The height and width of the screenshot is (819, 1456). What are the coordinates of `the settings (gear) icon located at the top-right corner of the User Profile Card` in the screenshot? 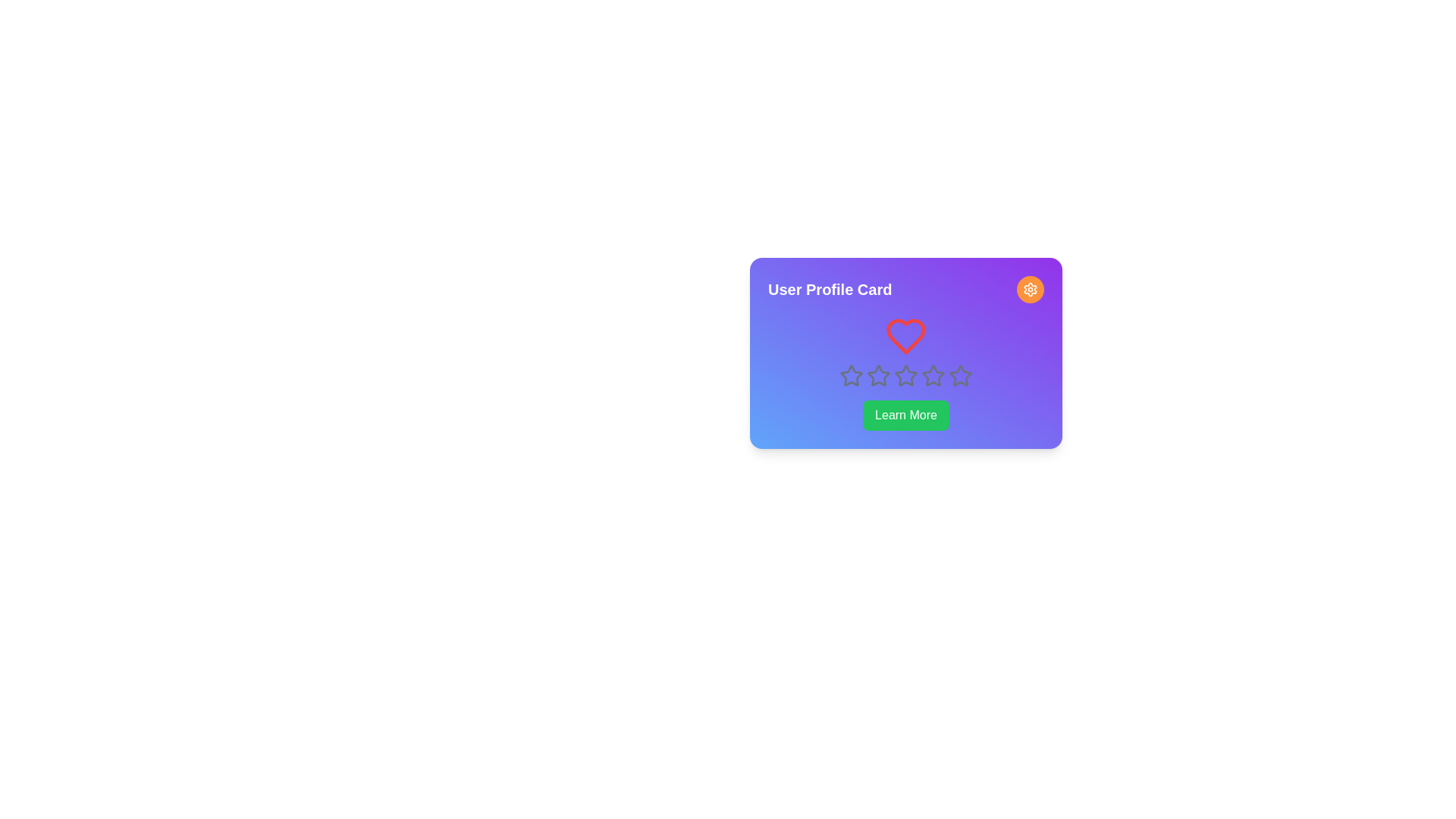 It's located at (1030, 289).